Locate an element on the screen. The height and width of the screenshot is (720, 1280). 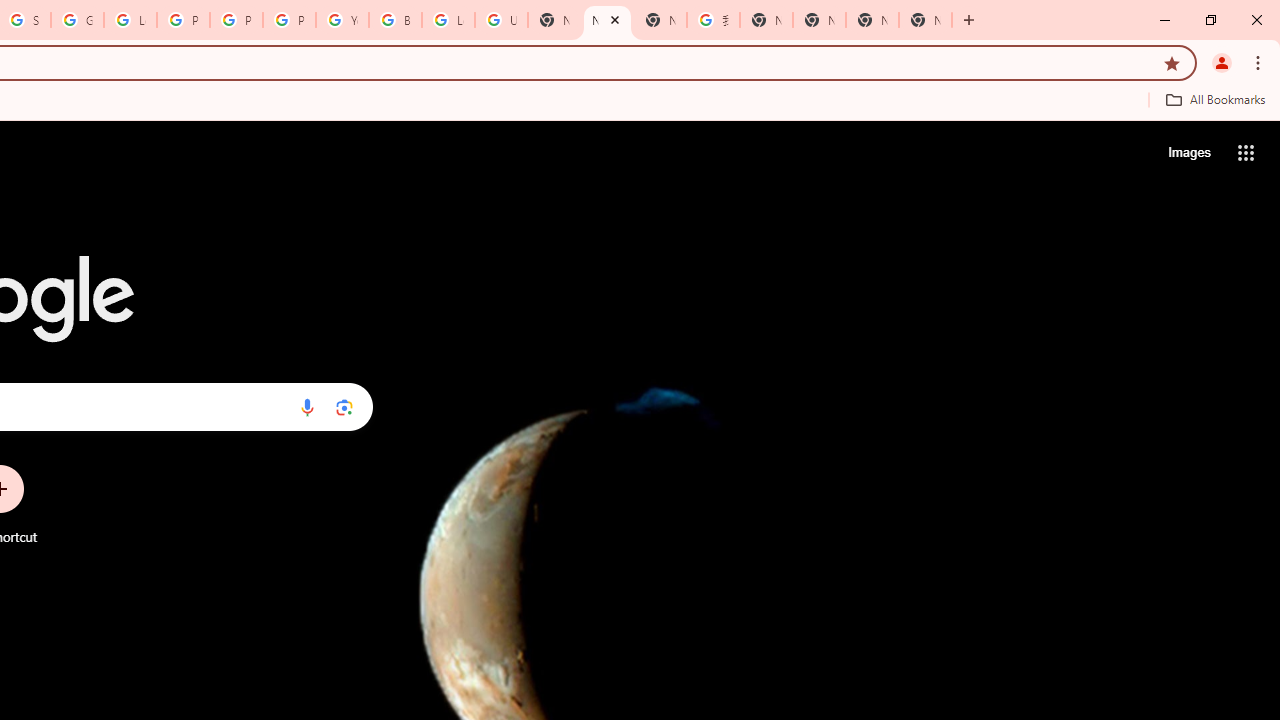
'Privacy Help Center - Policies Help' is located at coordinates (183, 20).